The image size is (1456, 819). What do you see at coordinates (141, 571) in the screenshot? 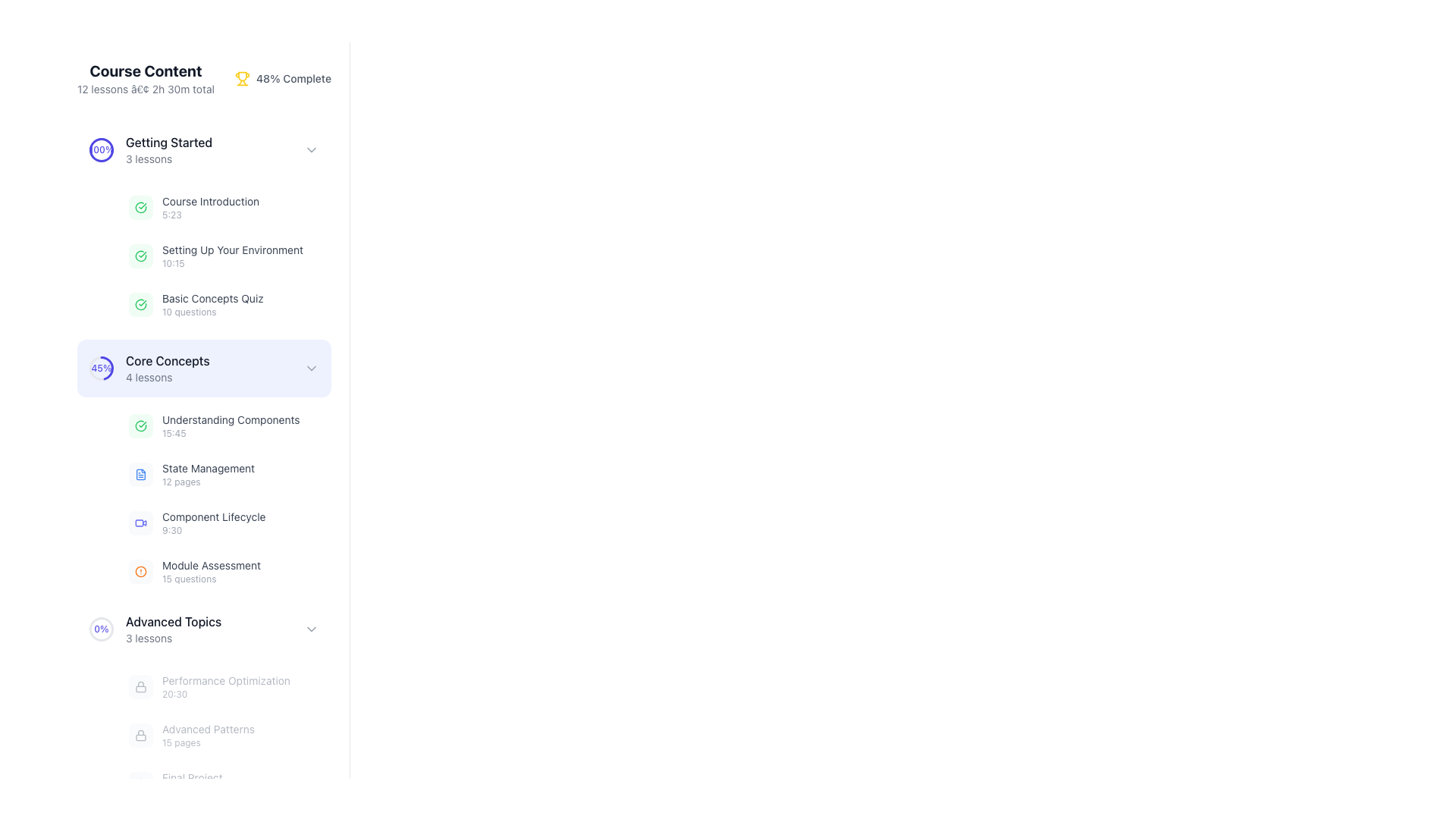
I see `the state indicator icon located to the left of the 'Module Assessment' text within the 'Core Concepts' section` at bounding box center [141, 571].